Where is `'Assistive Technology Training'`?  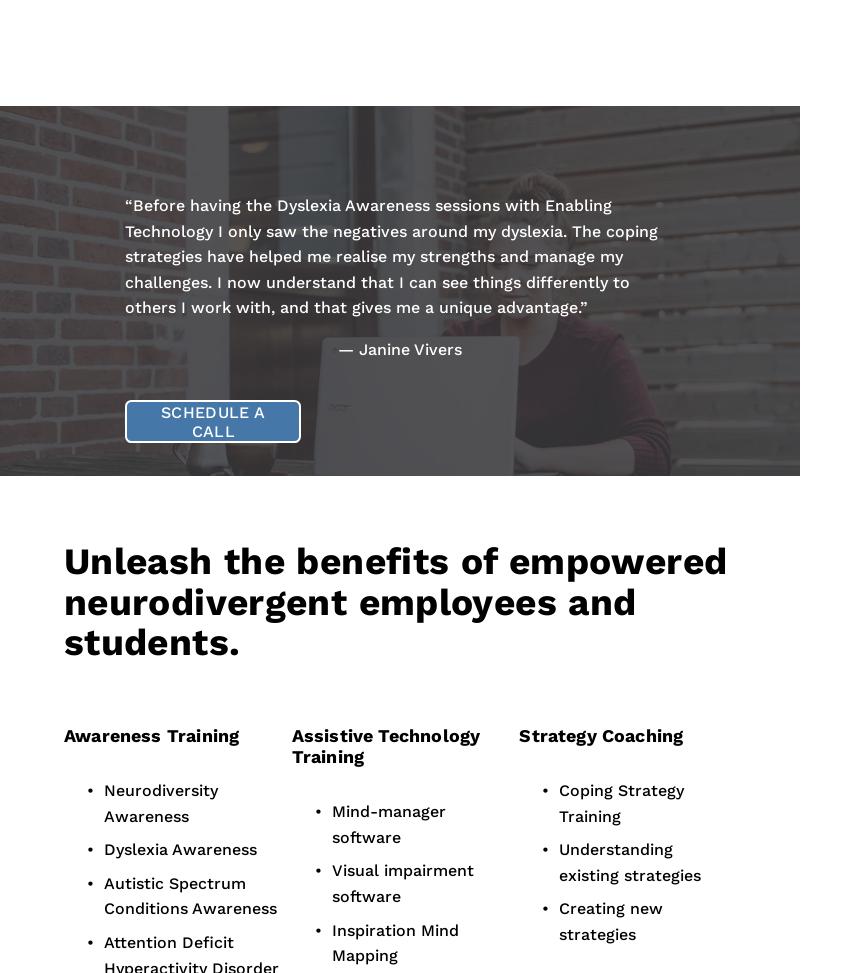
'Assistive Technology Training' is located at coordinates (386, 745).